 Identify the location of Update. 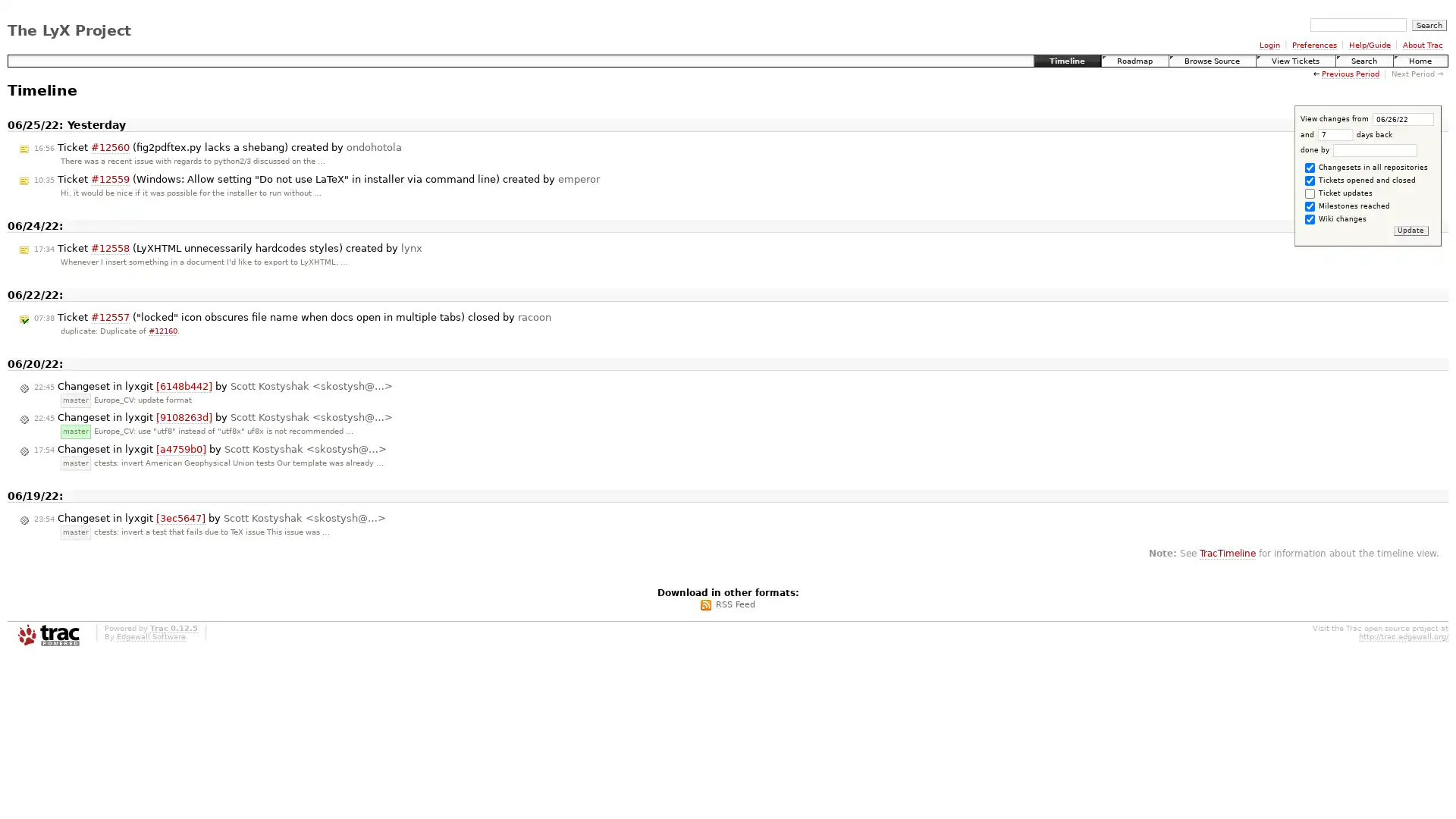
(1410, 231).